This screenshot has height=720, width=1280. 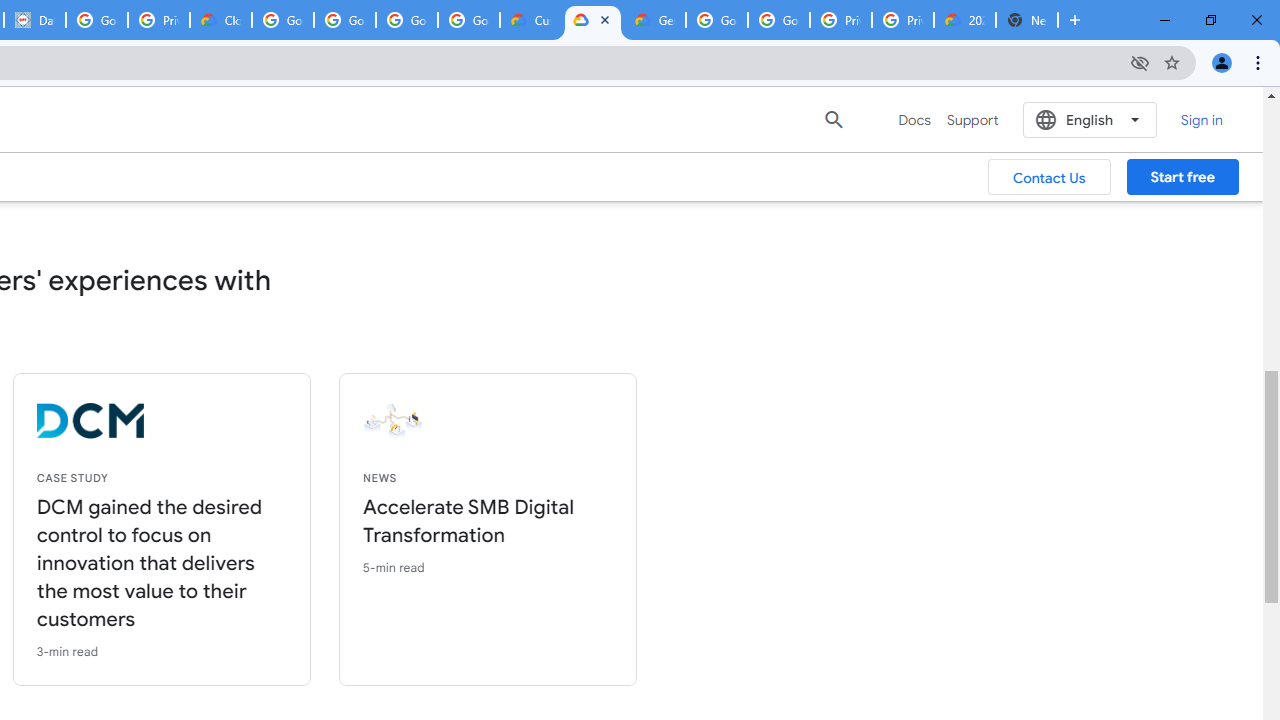 I want to click on 'Start free', so click(x=1182, y=176).